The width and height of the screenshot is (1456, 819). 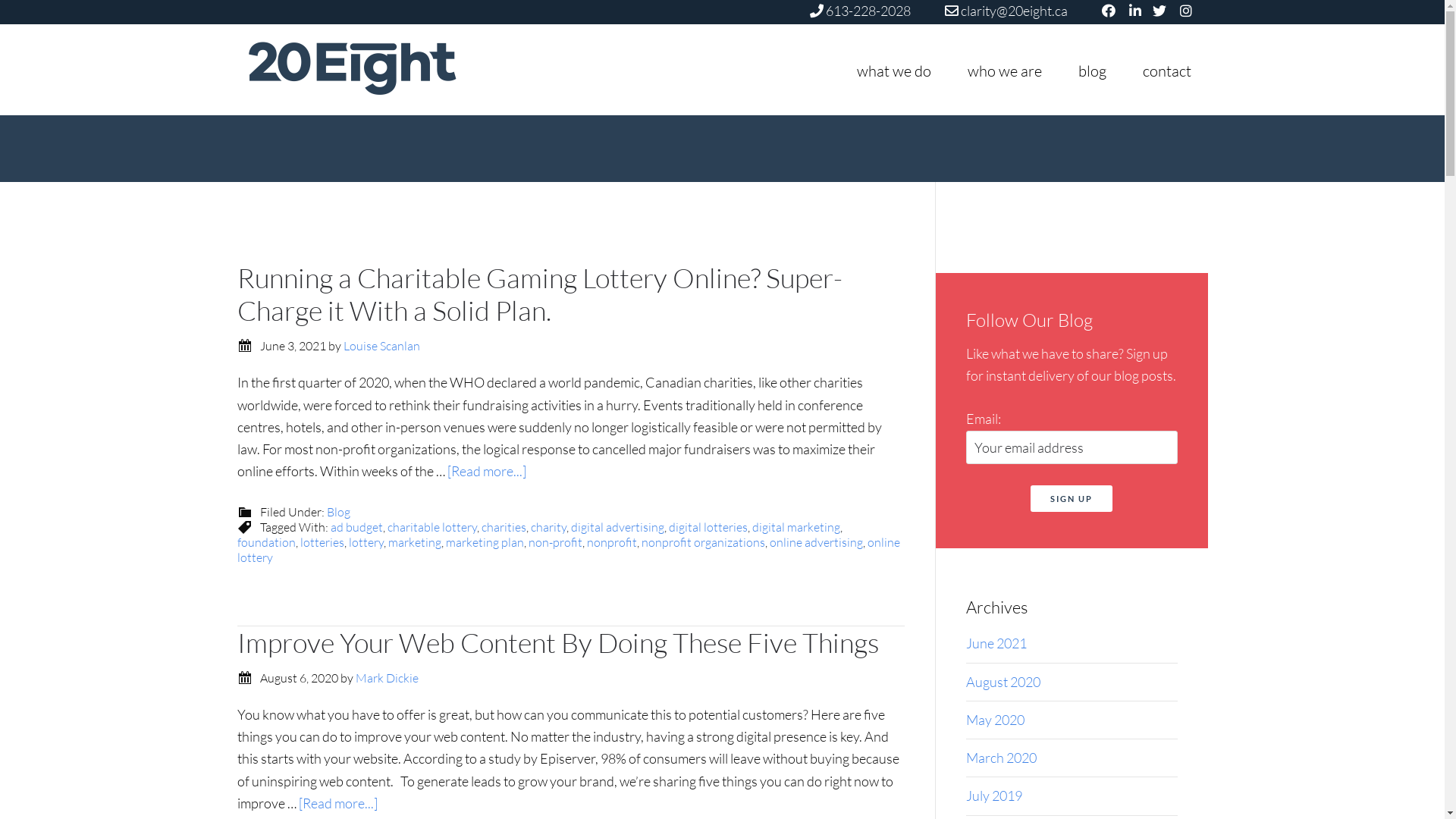 What do you see at coordinates (356, 526) in the screenshot?
I see `'ad budget'` at bounding box center [356, 526].